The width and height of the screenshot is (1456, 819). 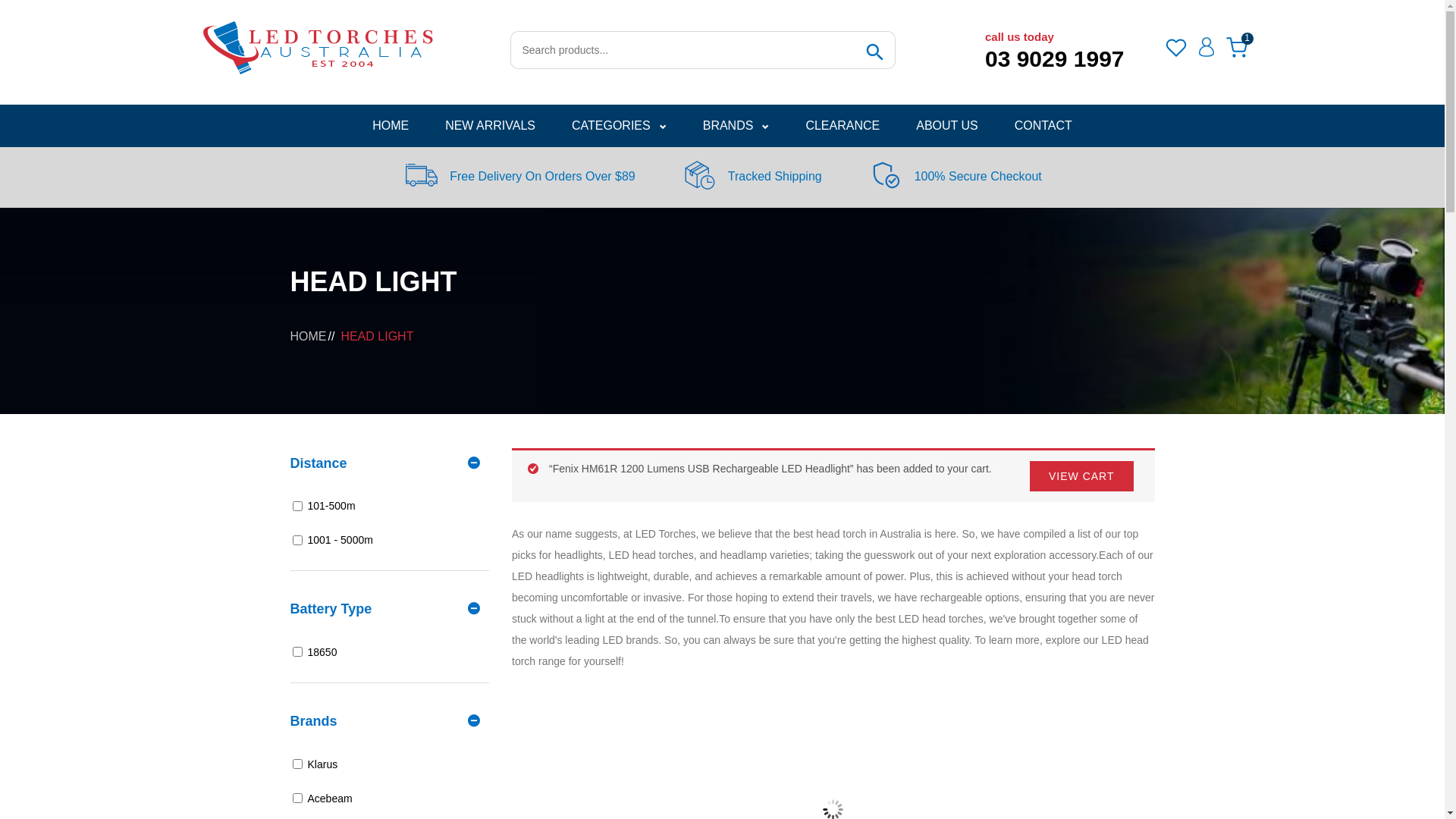 What do you see at coordinates (1081, 475) in the screenshot?
I see `'VIEW CART'` at bounding box center [1081, 475].